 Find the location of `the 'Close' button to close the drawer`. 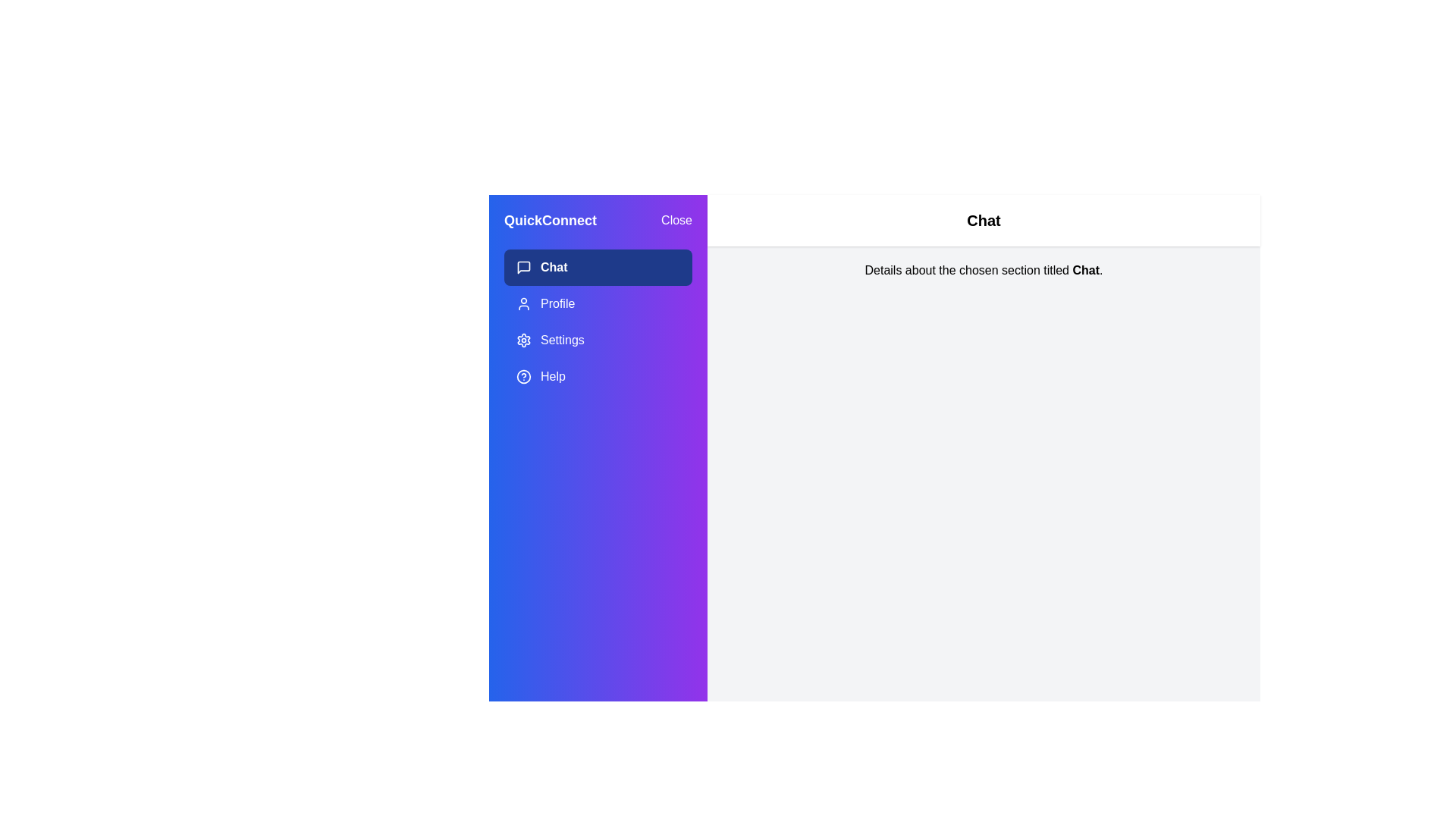

the 'Close' button to close the drawer is located at coordinates (676, 220).